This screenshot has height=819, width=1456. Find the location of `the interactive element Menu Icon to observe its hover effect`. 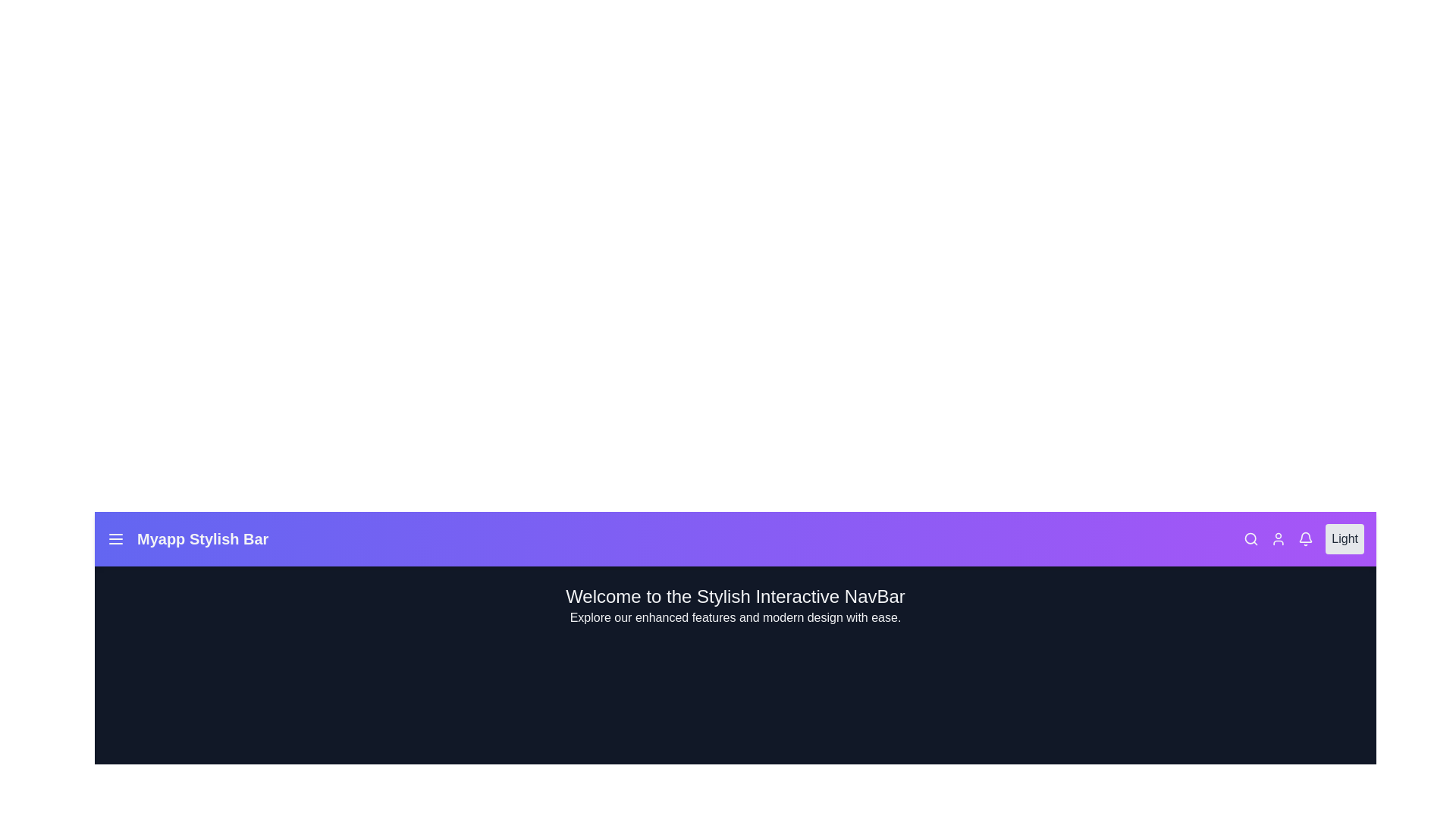

the interactive element Menu Icon to observe its hover effect is located at coordinates (115, 538).